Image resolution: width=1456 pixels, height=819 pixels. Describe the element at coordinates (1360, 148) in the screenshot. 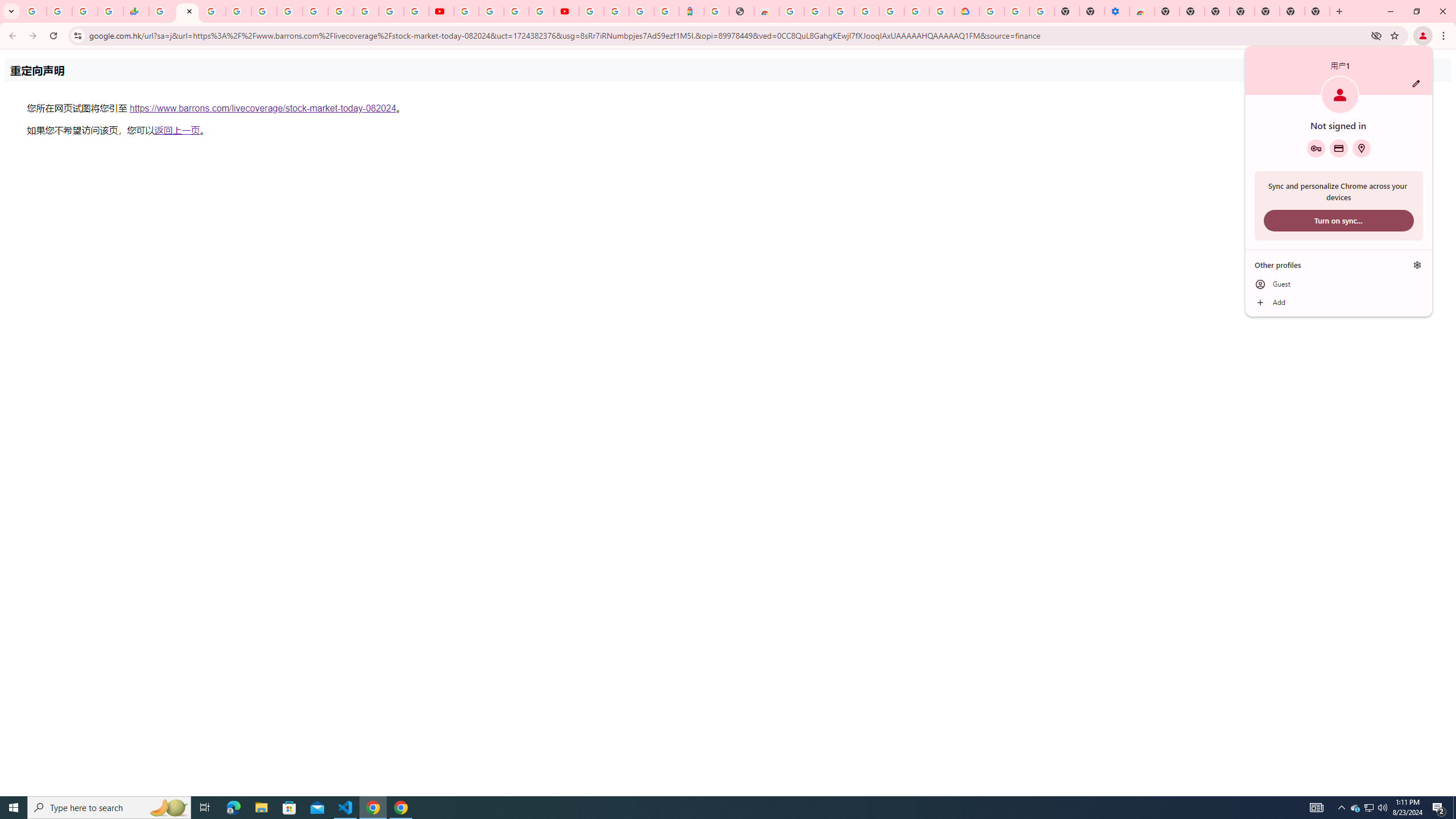

I see `'Addresses and more'` at that location.